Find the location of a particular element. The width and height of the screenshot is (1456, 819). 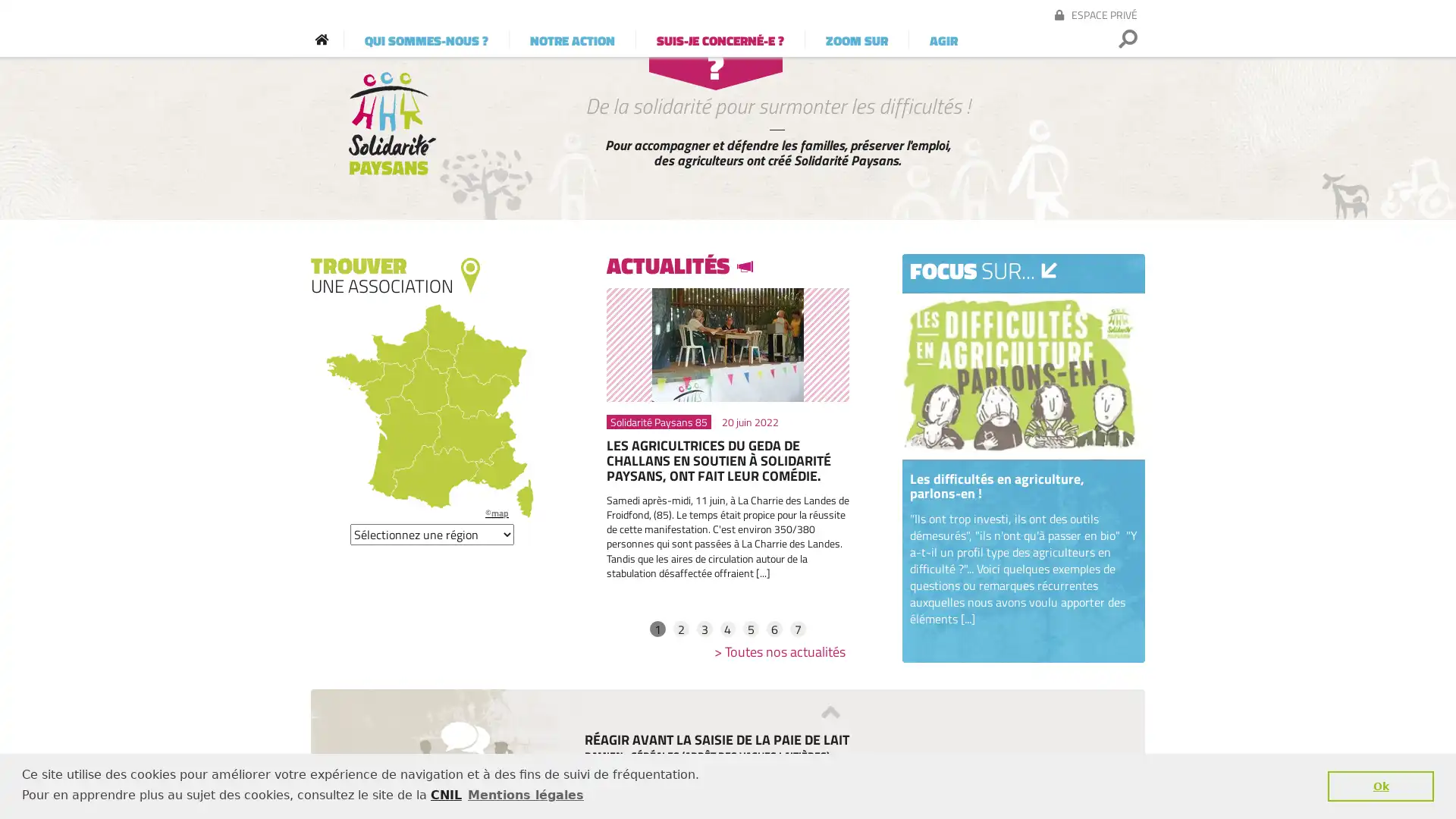

OK is located at coordinates (861, 20).